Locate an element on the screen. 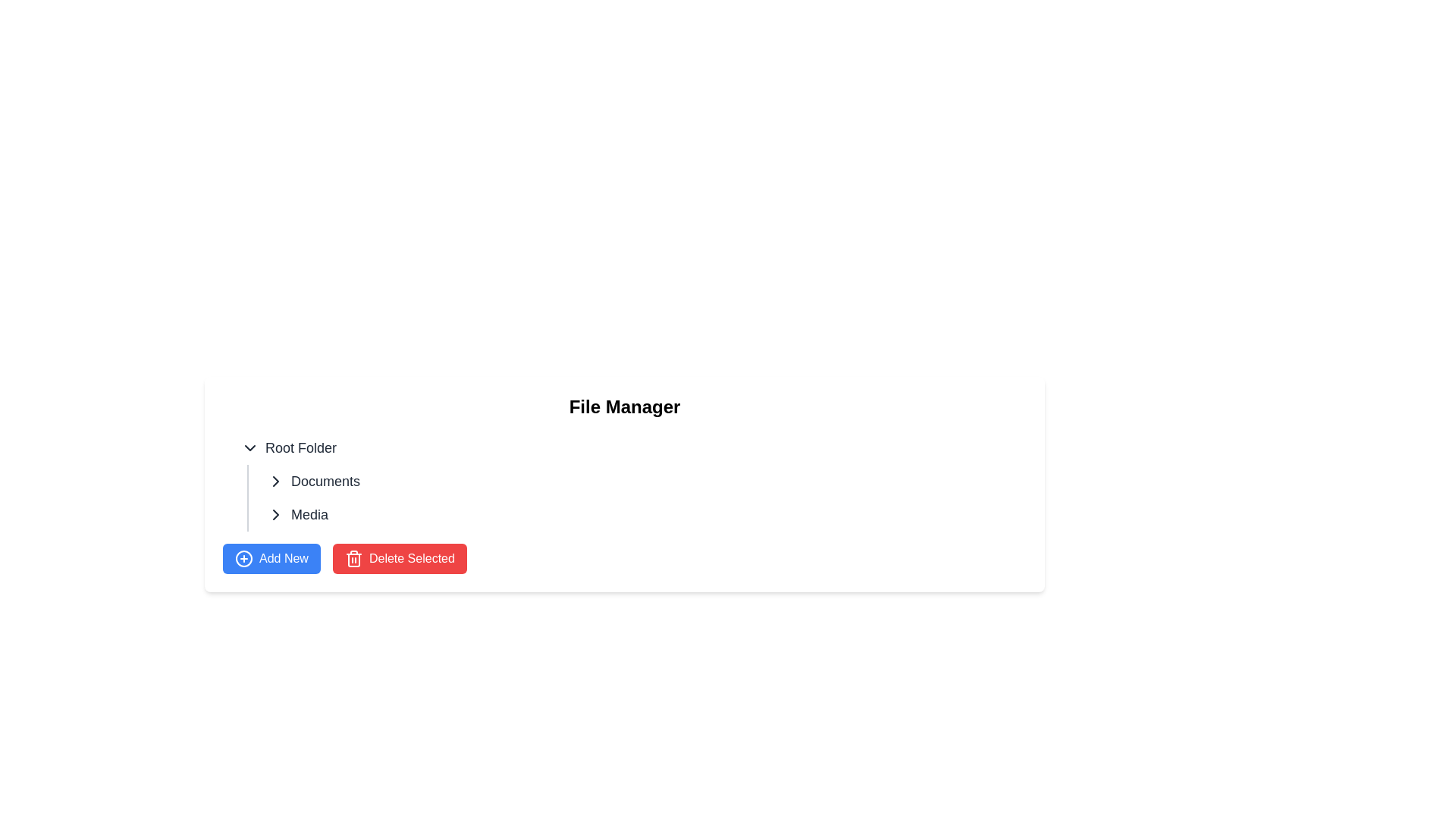  the add symbol icon within the 'Add New' button is located at coordinates (243, 558).